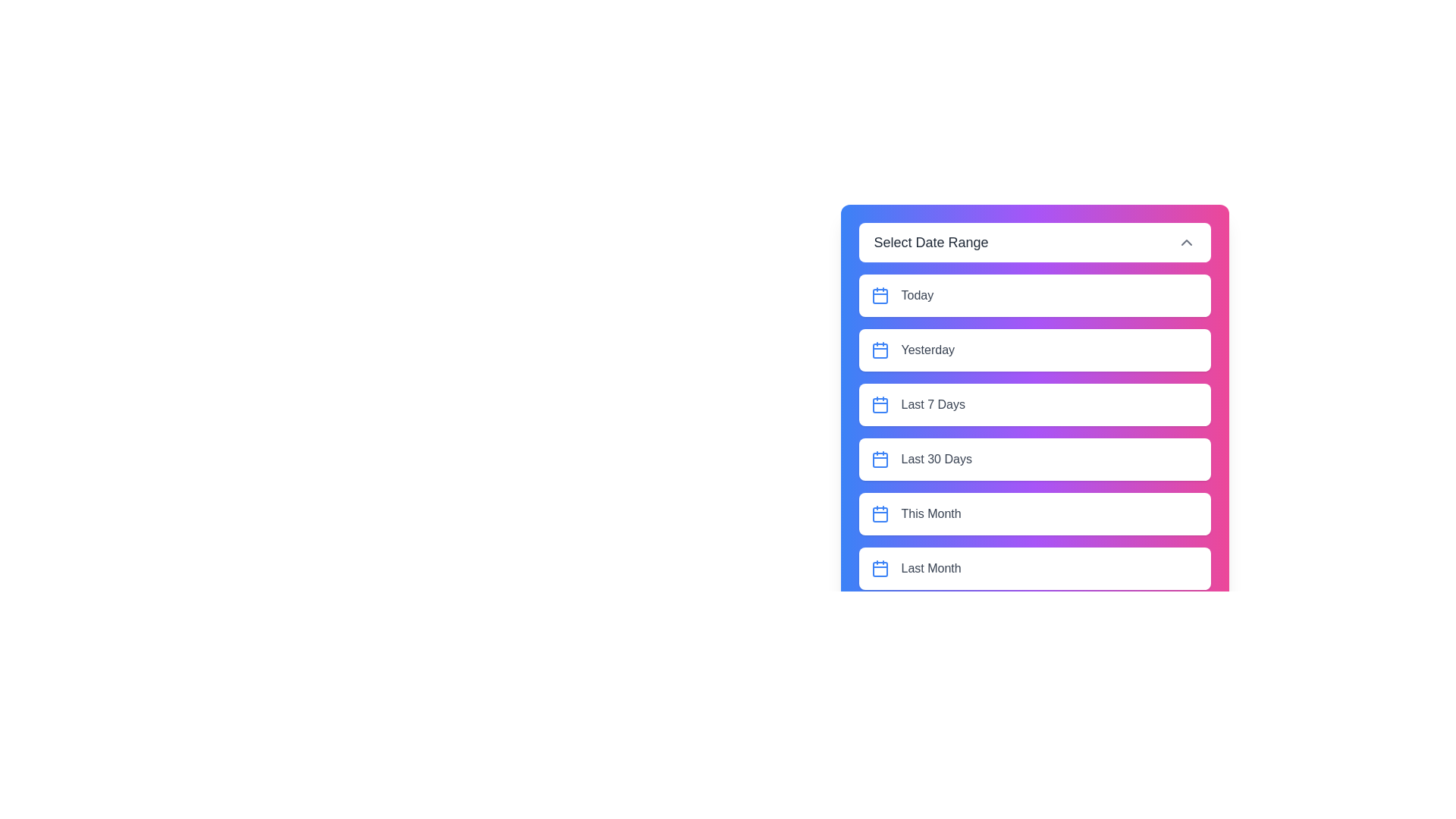  Describe the element at coordinates (1034, 403) in the screenshot. I see `the element Last 7 Days option to observe potential hover effects or tooltips` at that location.